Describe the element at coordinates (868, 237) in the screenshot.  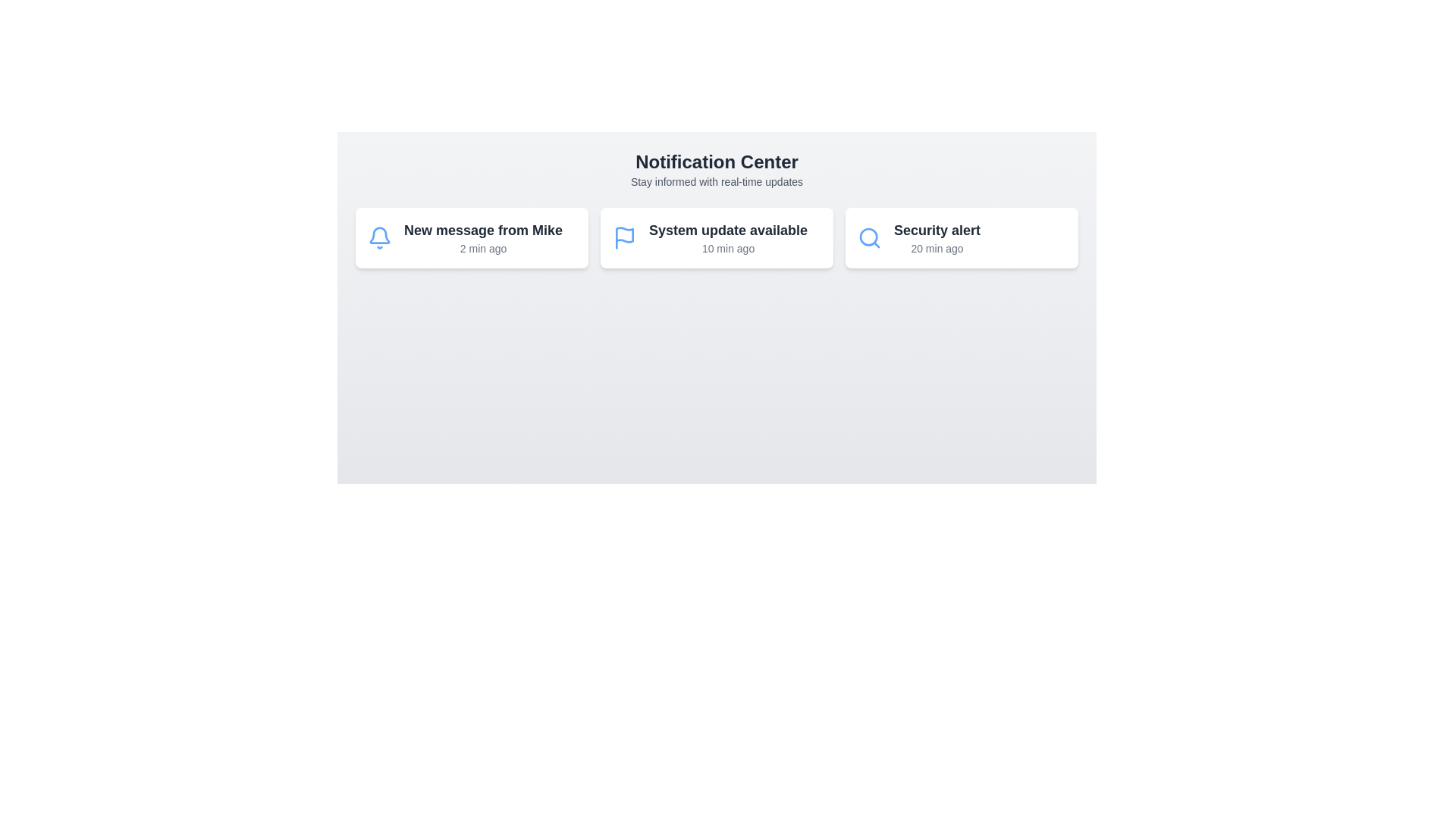
I see `the small decorative SVG circle element that represents a search function, part of the magnifying glass illustration located in the third notification box titled 'Security alert'` at that location.